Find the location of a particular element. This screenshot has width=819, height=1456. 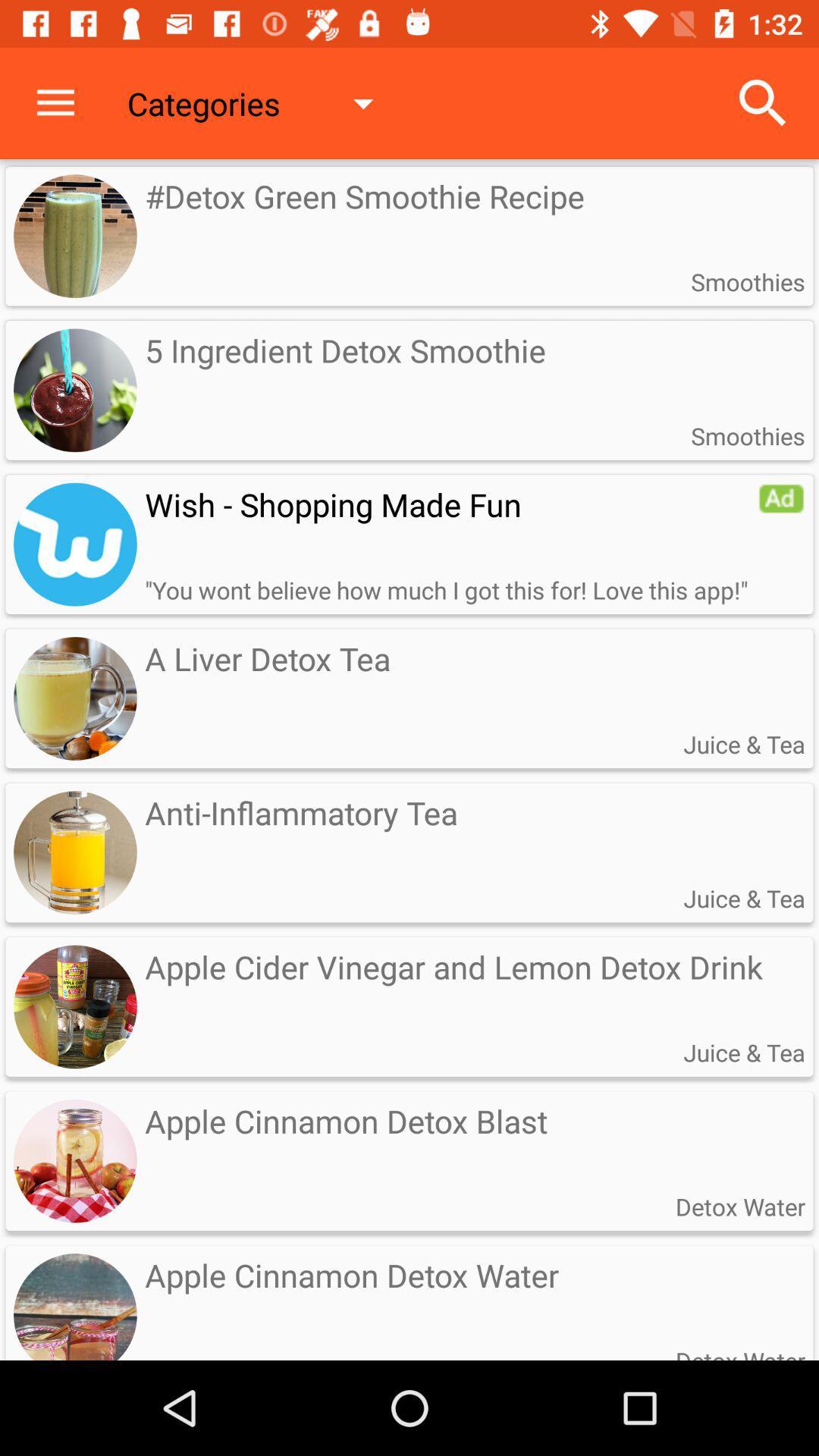

item below the smoothies is located at coordinates (781, 498).